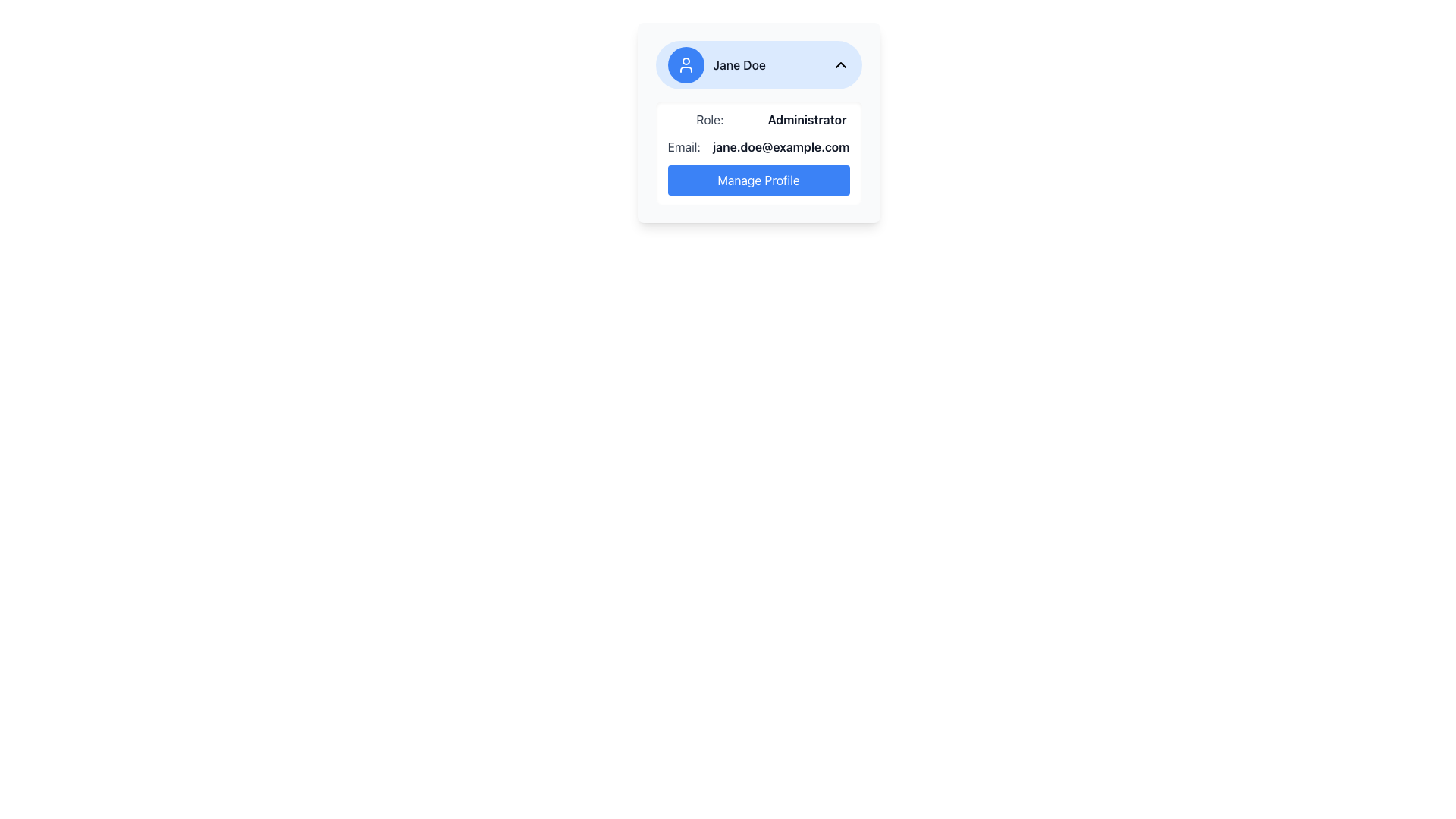 The width and height of the screenshot is (1456, 819). I want to click on the 'Manage Profile' button, which is a rectangular button with a blue background and white text, located centrally under the details 'Role: Administrator' and 'Email: jane.doe@example.com', so click(758, 180).